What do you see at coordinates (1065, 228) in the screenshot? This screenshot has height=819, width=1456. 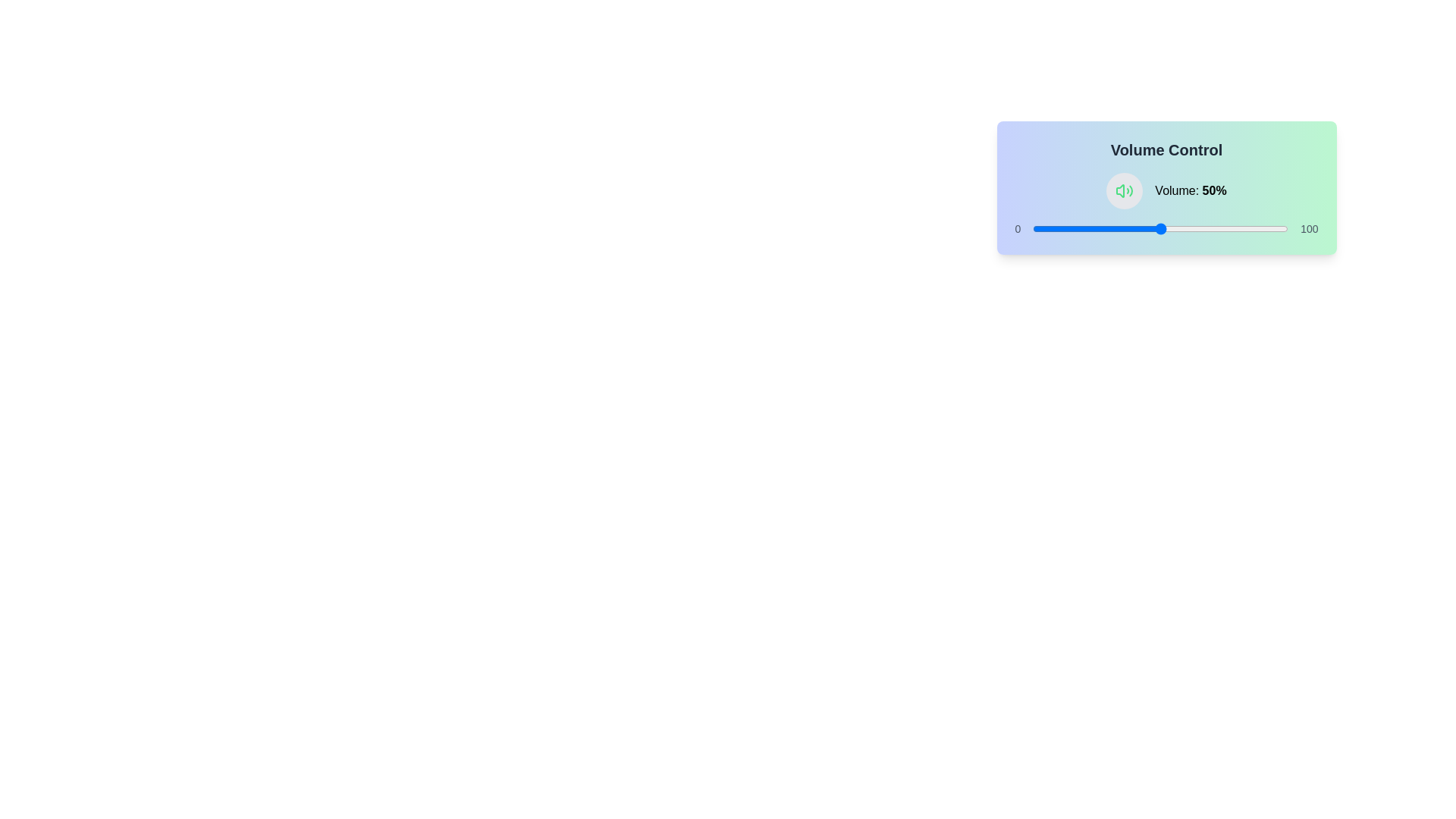 I see `the volume slider to set the volume to 13%` at bounding box center [1065, 228].